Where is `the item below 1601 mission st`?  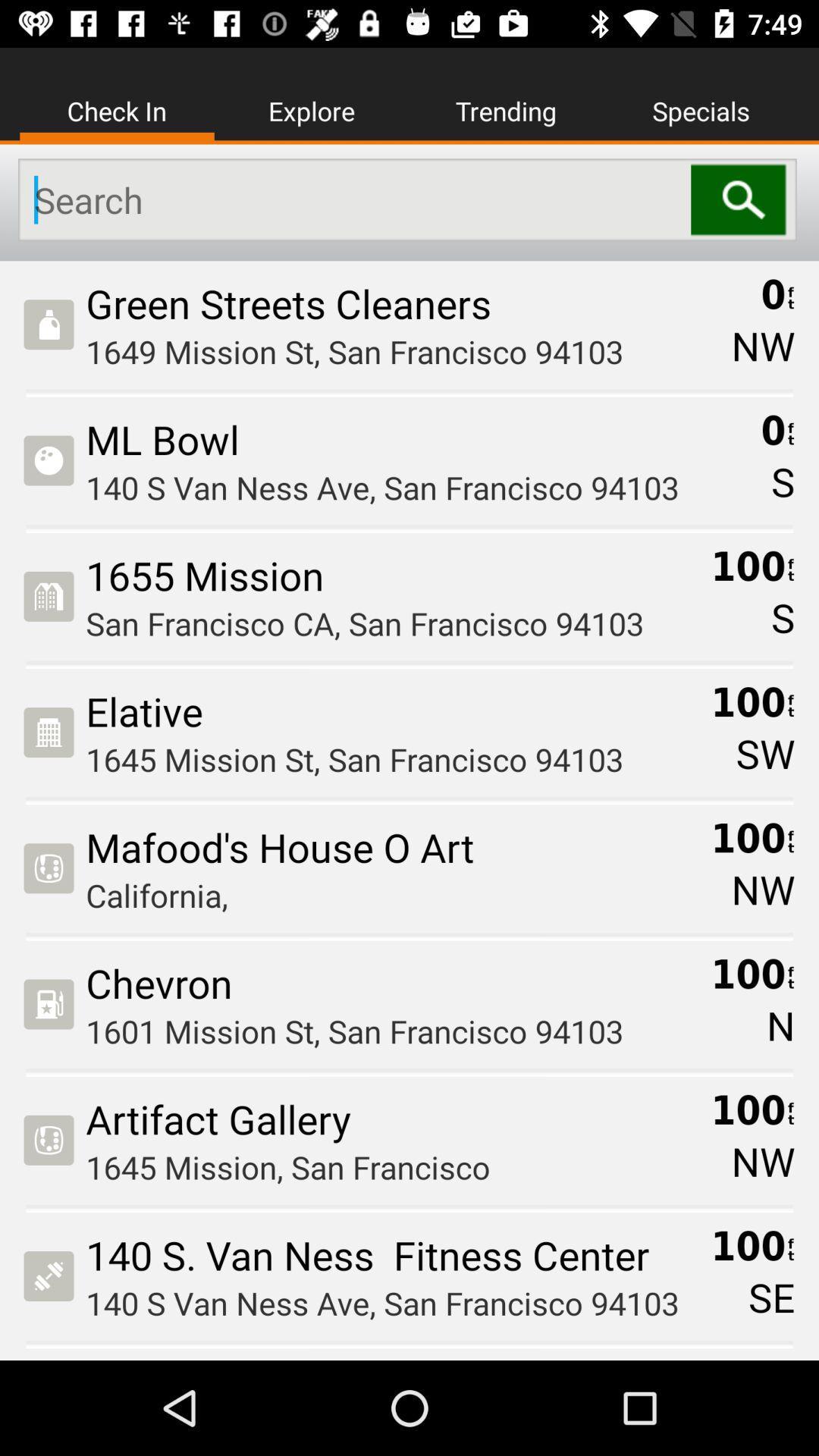 the item below 1601 mission st is located at coordinates (392, 1119).